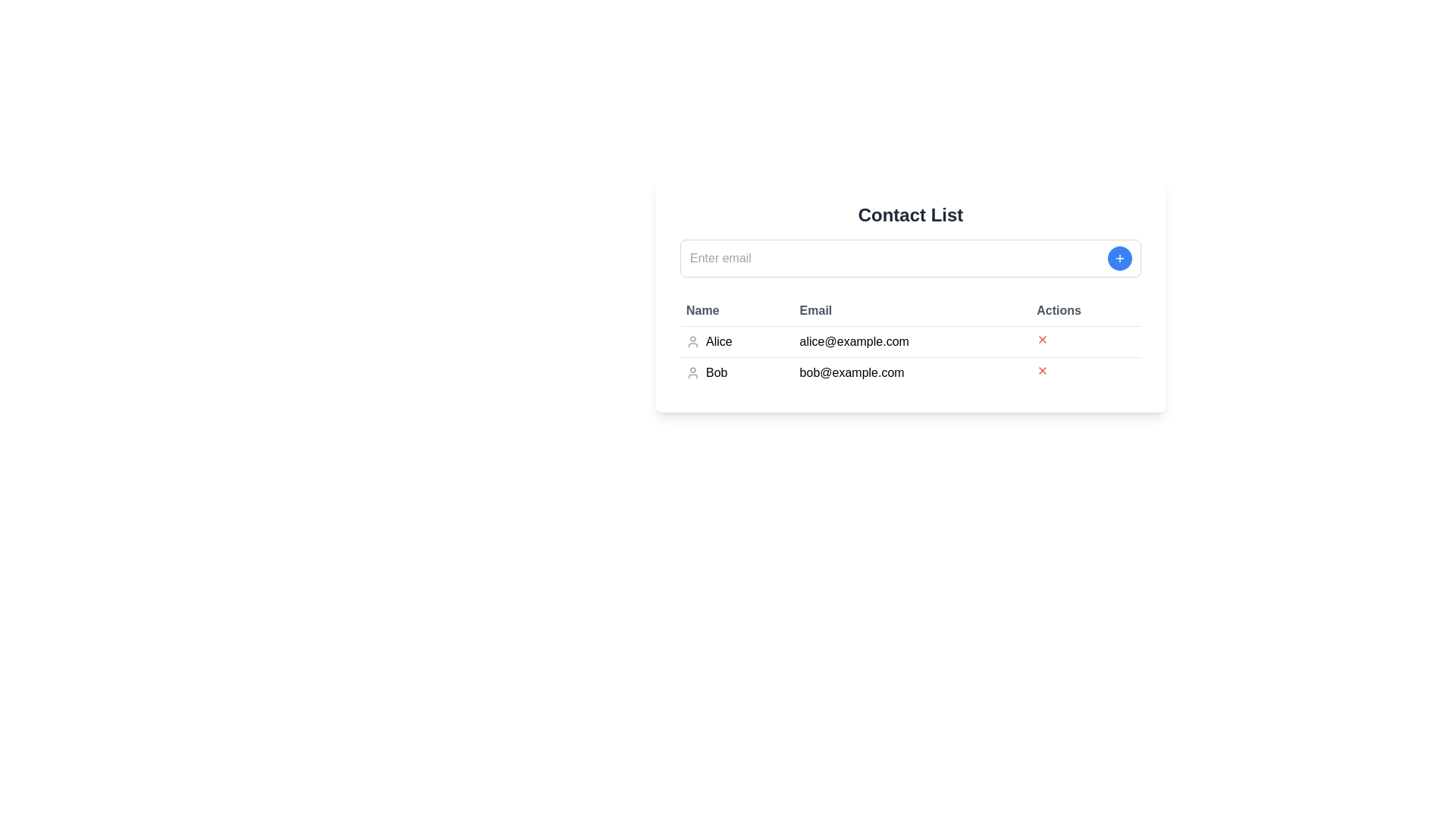  I want to click on the small circular button with a blue background and a white plus icon located in the top right corner of the 'Contact List' panel, so click(1120, 257).